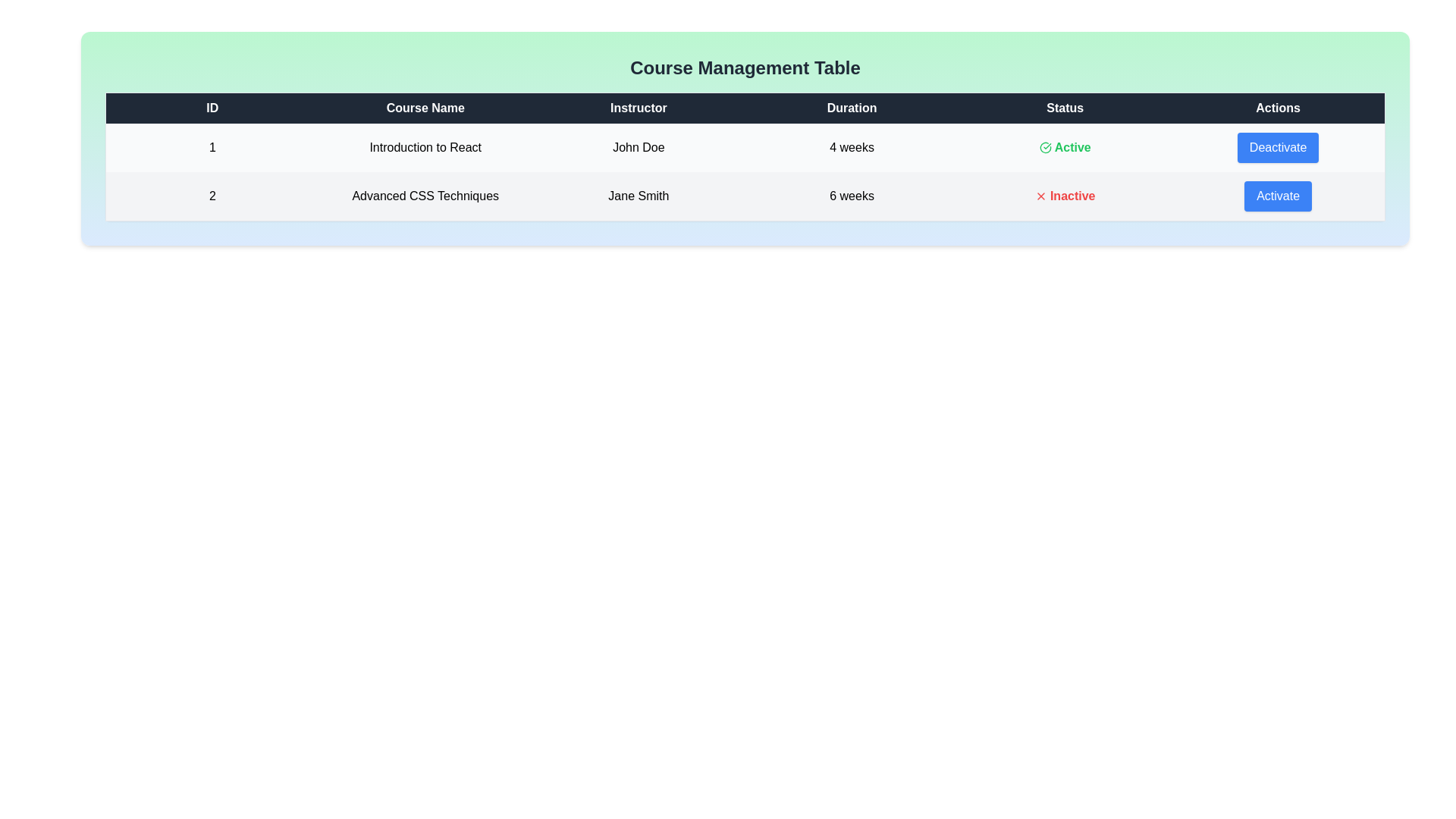  I want to click on text displayed in the Status Label located in the first row of the Status column, visually aligned with the '4 weeks' cell in the Duration column and the 'Deactivate' button in the Actions column, so click(1064, 148).